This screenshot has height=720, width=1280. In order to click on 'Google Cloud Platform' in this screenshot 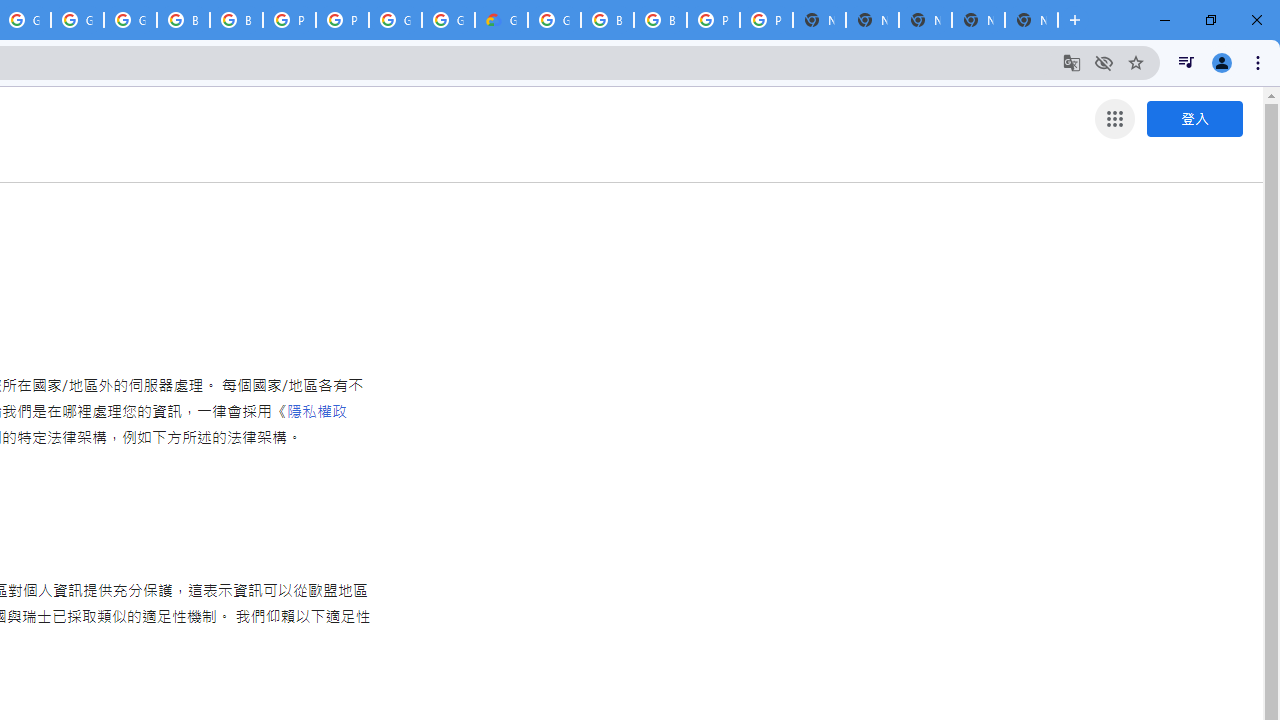, I will do `click(447, 20)`.